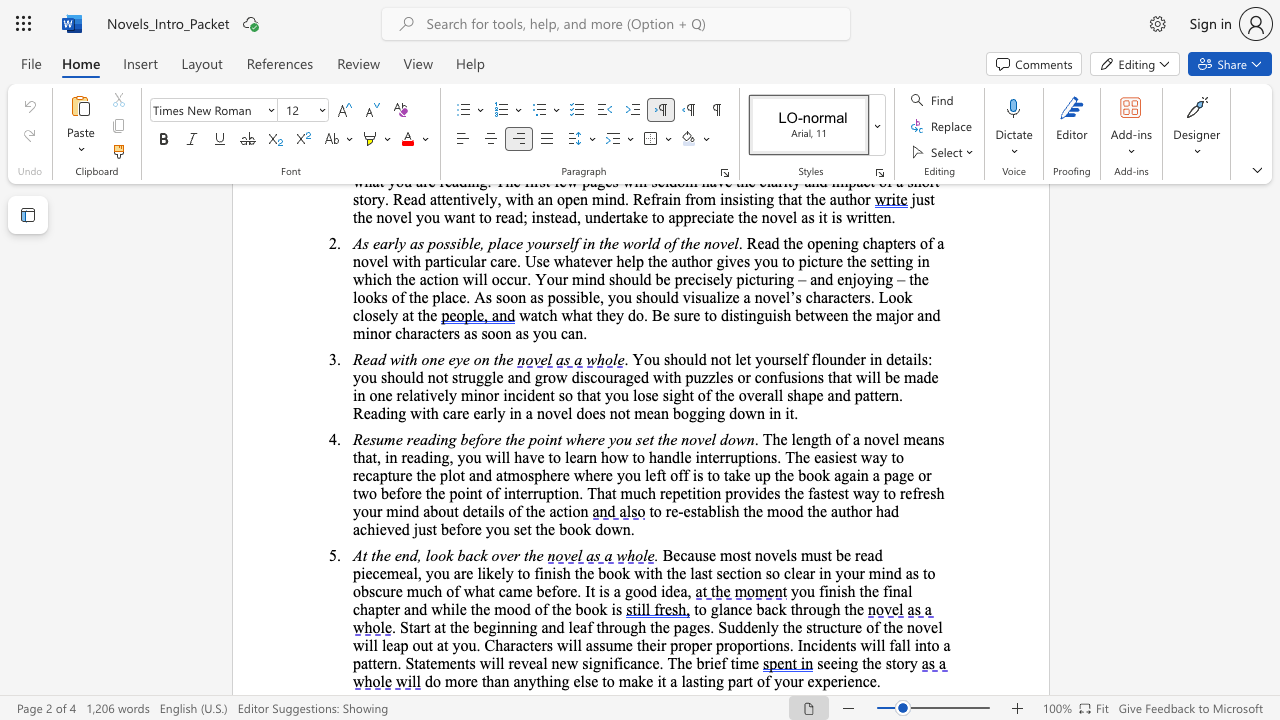 The width and height of the screenshot is (1280, 720). What do you see at coordinates (811, 438) in the screenshot?
I see `the subset text "gth of a novel means that, in reading, you will have to learn how to handle interruptions. The easiest way to recapture the plot and atmosphere where you left off is to take up the book again a page or two before the point of inter" within the text ". The length of a novel means that, in reading, you will have to learn how to handle interruptions. The easiest way to recapture the plot and atmosphere where you left off is to take up the book again a page or two before the point of interruption. That much repetition"` at bounding box center [811, 438].